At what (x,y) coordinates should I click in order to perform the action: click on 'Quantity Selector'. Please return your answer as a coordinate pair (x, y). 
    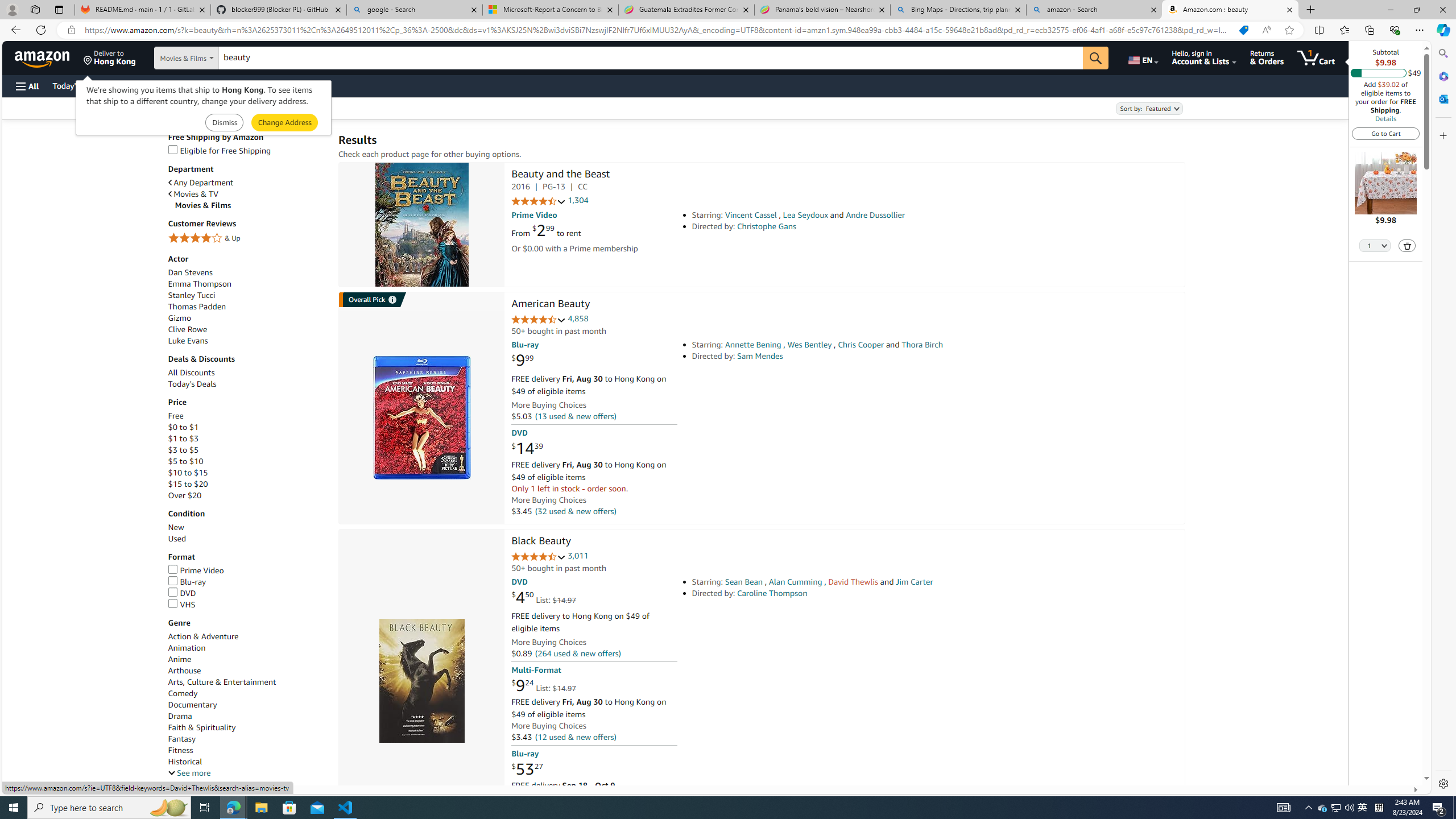
    Looking at the image, I should click on (1375, 245).